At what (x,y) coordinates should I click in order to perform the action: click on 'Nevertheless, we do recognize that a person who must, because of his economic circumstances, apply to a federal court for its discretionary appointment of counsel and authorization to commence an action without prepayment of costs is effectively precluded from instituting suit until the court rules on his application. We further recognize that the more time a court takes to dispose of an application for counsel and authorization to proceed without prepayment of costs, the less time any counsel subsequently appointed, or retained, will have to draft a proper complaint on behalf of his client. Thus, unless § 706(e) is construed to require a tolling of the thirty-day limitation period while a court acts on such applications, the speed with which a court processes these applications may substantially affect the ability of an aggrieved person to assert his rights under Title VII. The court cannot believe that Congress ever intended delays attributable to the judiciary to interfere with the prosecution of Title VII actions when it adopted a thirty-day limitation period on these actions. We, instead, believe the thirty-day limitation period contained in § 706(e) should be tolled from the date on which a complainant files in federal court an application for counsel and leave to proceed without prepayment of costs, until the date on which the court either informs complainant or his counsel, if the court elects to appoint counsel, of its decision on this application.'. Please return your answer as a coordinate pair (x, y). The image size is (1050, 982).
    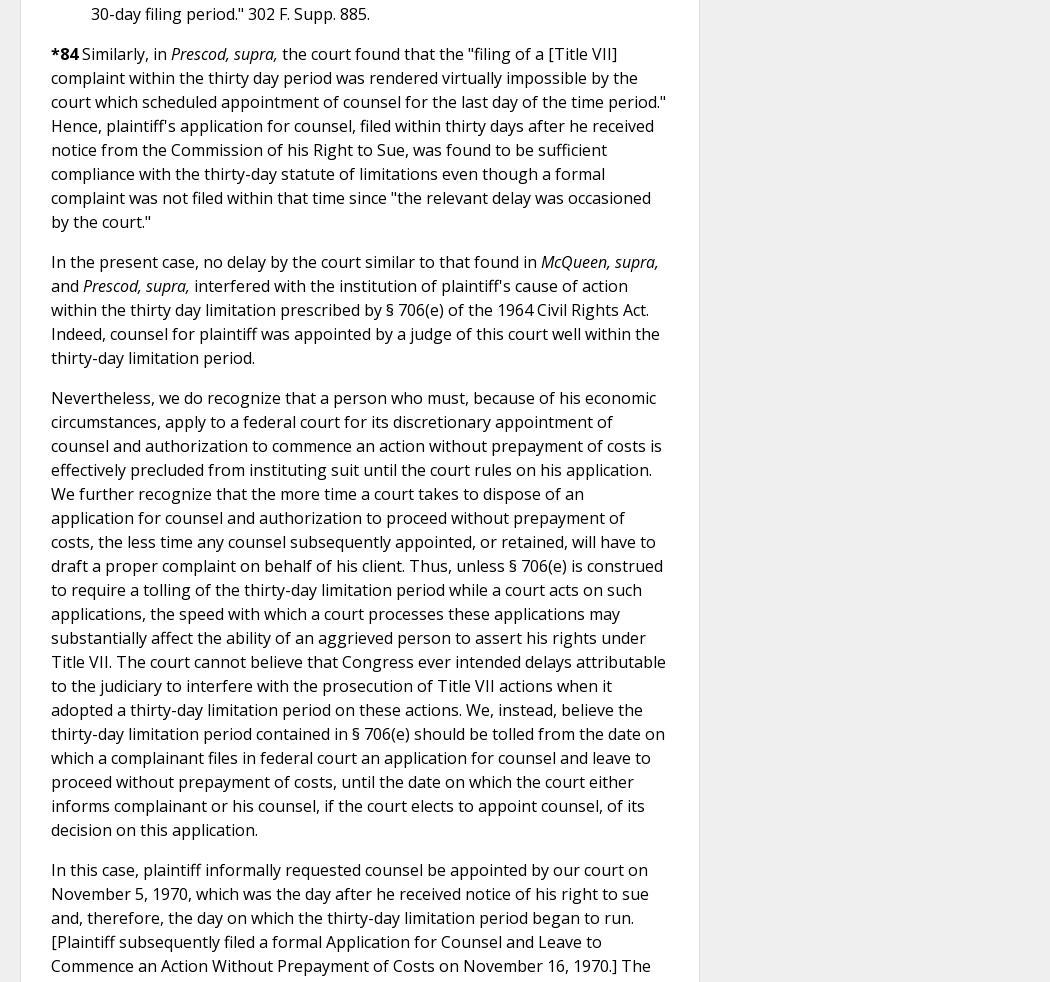
    Looking at the image, I should click on (357, 611).